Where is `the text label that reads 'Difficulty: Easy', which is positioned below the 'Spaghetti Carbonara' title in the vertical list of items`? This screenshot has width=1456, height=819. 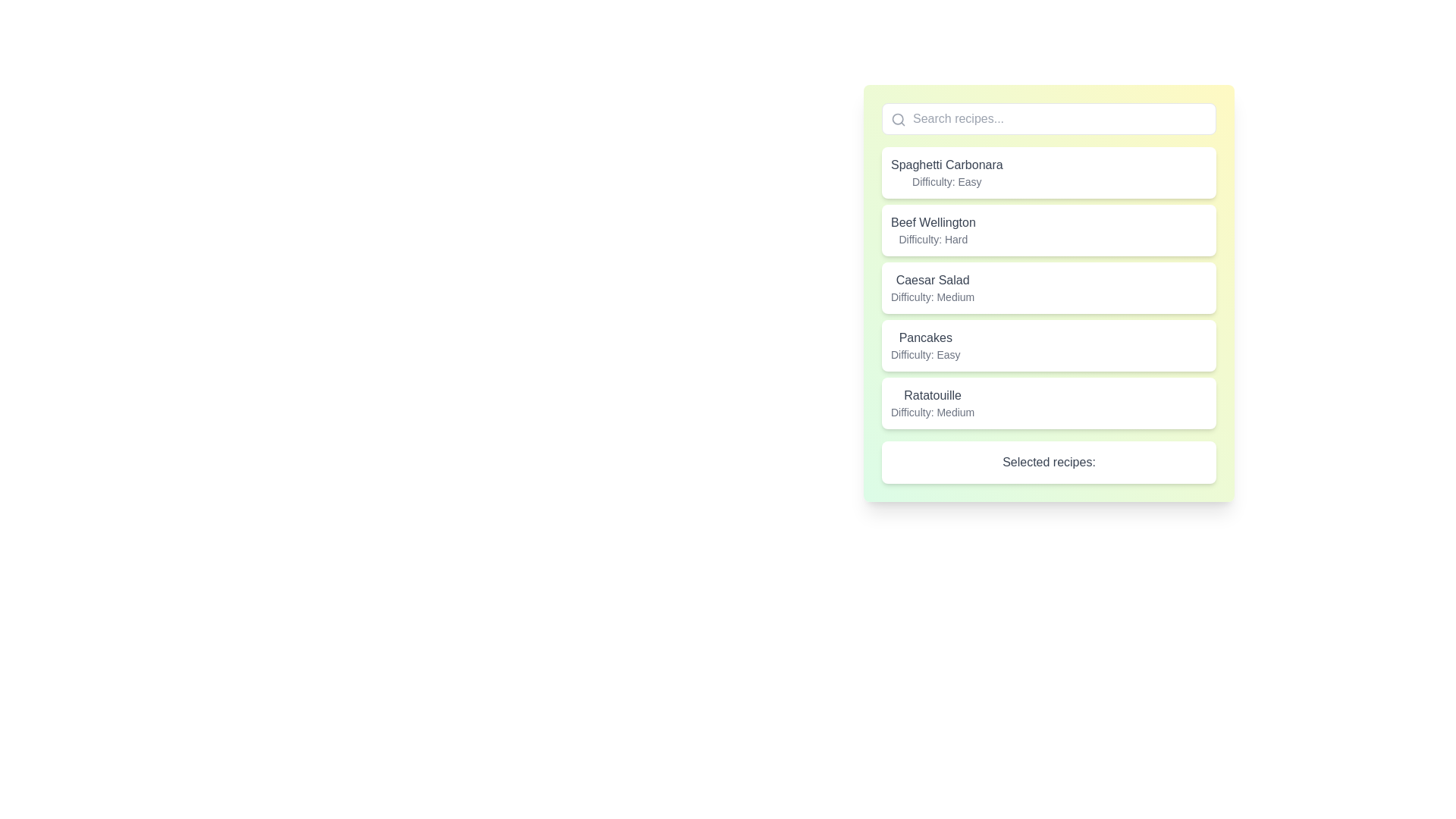 the text label that reads 'Difficulty: Easy', which is positioned below the 'Spaghetti Carbonara' title in the vertical list of items is located at coordinates (946, 180).